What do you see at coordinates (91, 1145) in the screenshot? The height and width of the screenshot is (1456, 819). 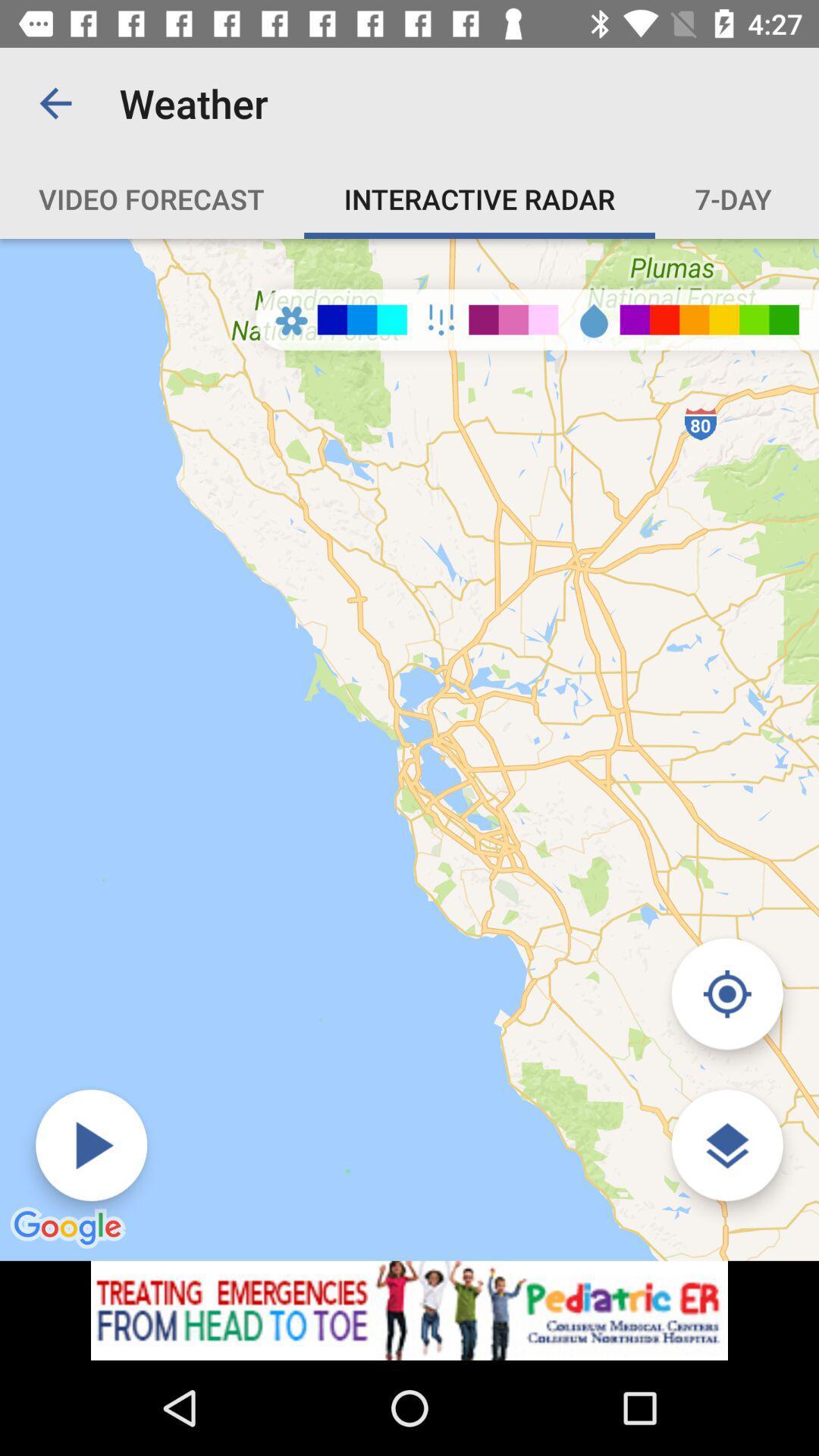 I see `play` at bounding box center [91, 1145].